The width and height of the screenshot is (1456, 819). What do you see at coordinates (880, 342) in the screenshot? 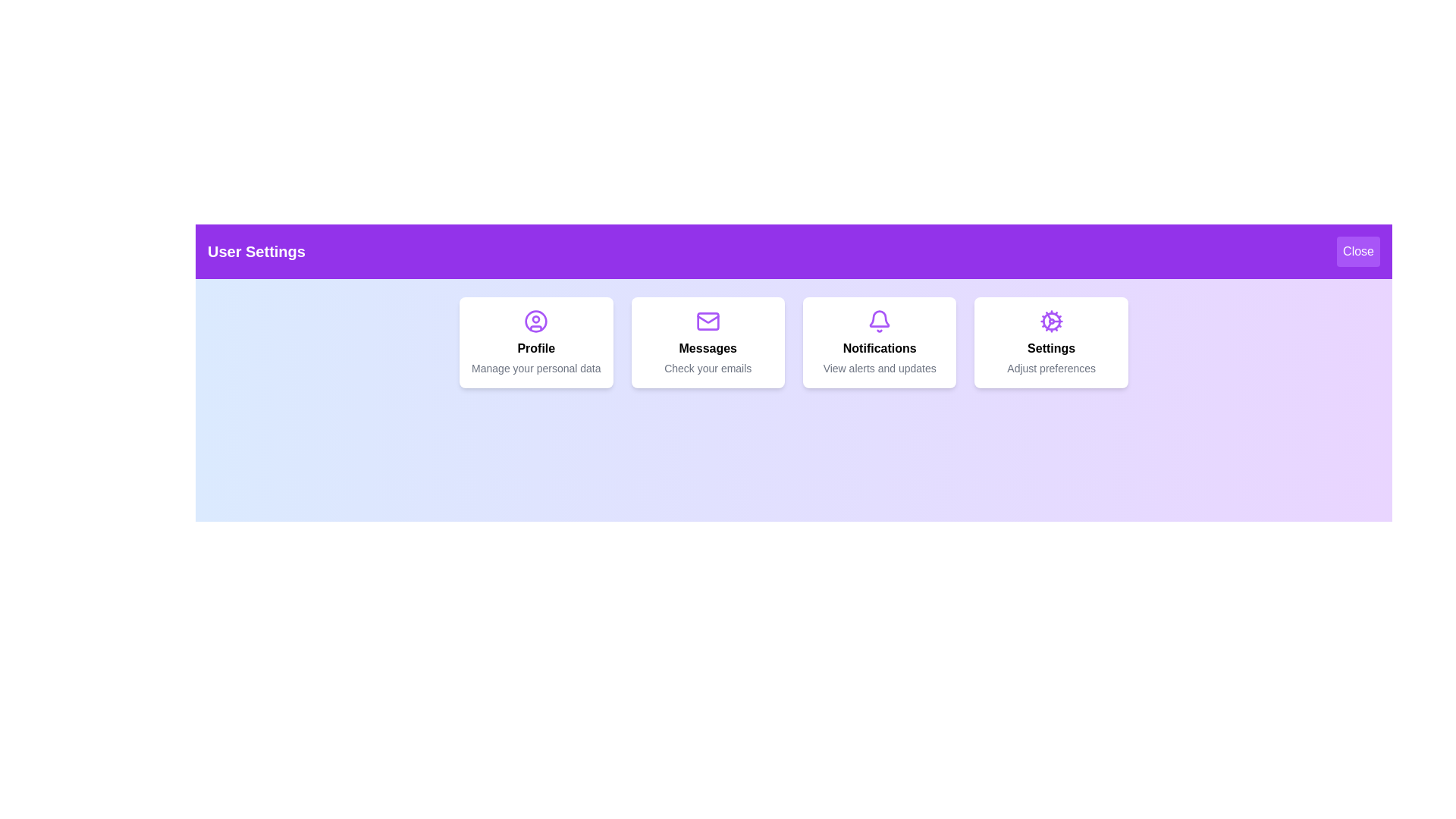
I see `the Notifications menu item to navigate to the respective section` at bounding box center [880, 342].